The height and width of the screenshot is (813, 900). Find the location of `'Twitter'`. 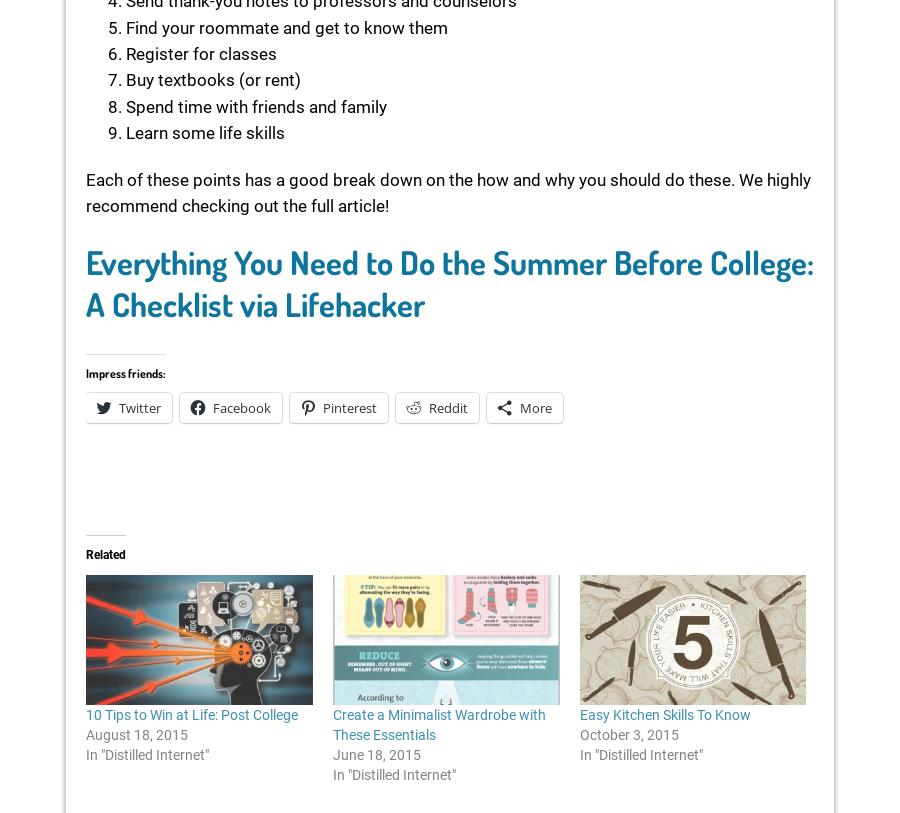

'Twitter' is located at coordinates (140, 406).